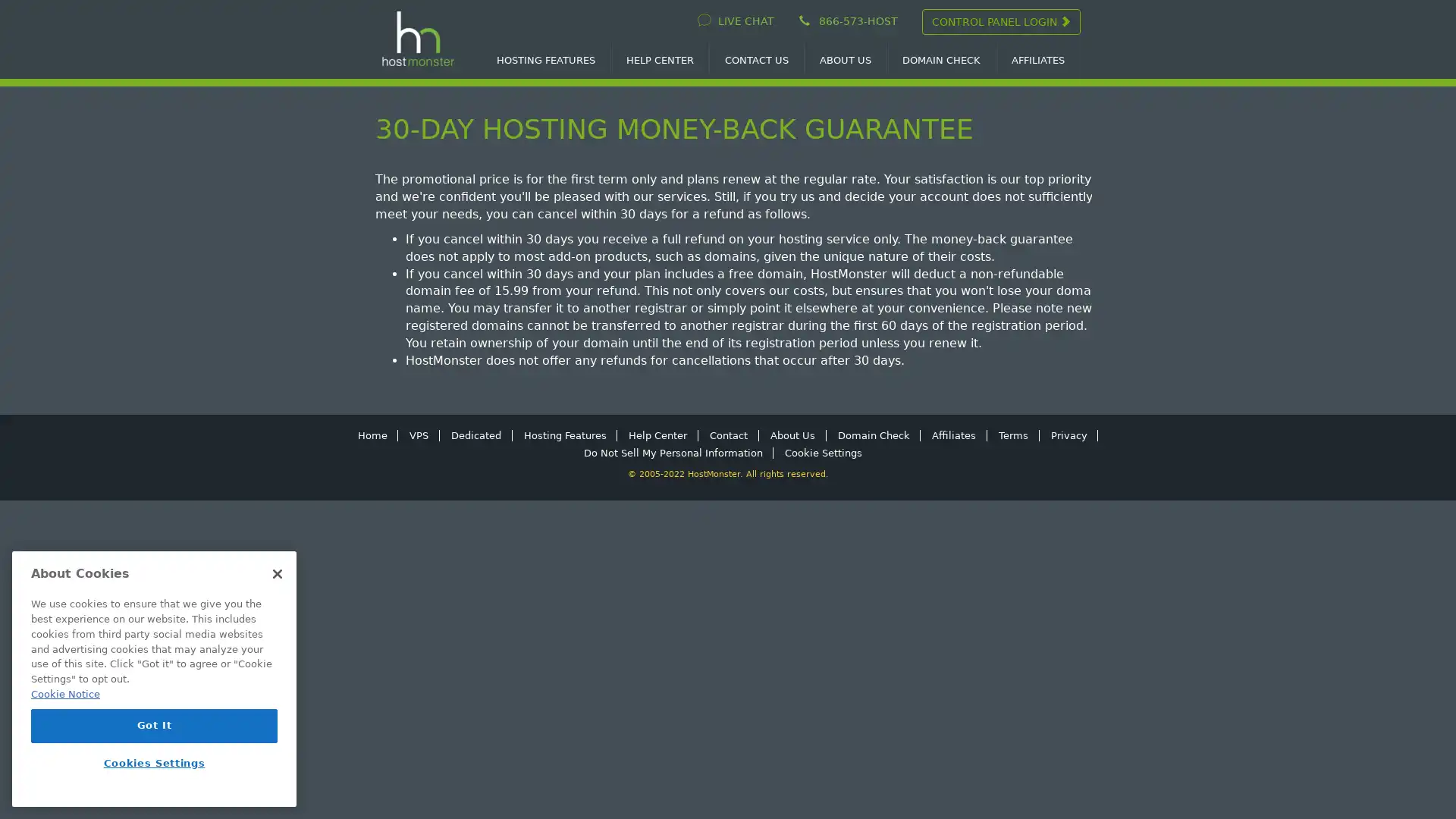 Image resolution: width=1456 pixels, height=819 pixels. What do you see at coordinates (154, 763) in the screenshot?
I see `Cookies Settings` at bounding box center [154, 763].